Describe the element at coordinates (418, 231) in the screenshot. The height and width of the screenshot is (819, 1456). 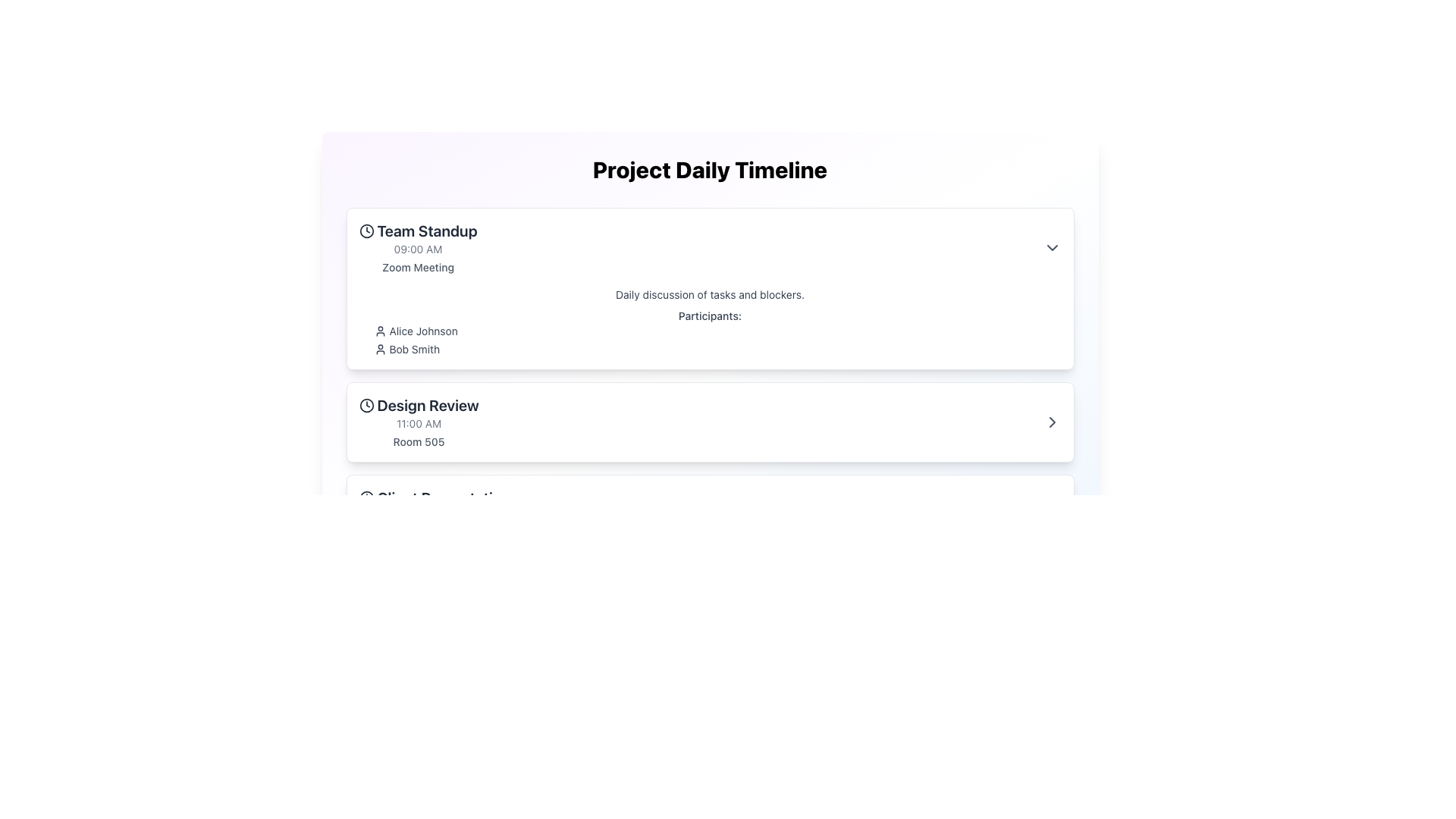
I see `text component reading 'Team Standup' located at the top of the events list, which is styled in bold font and has a clock icon to its left` at that location.